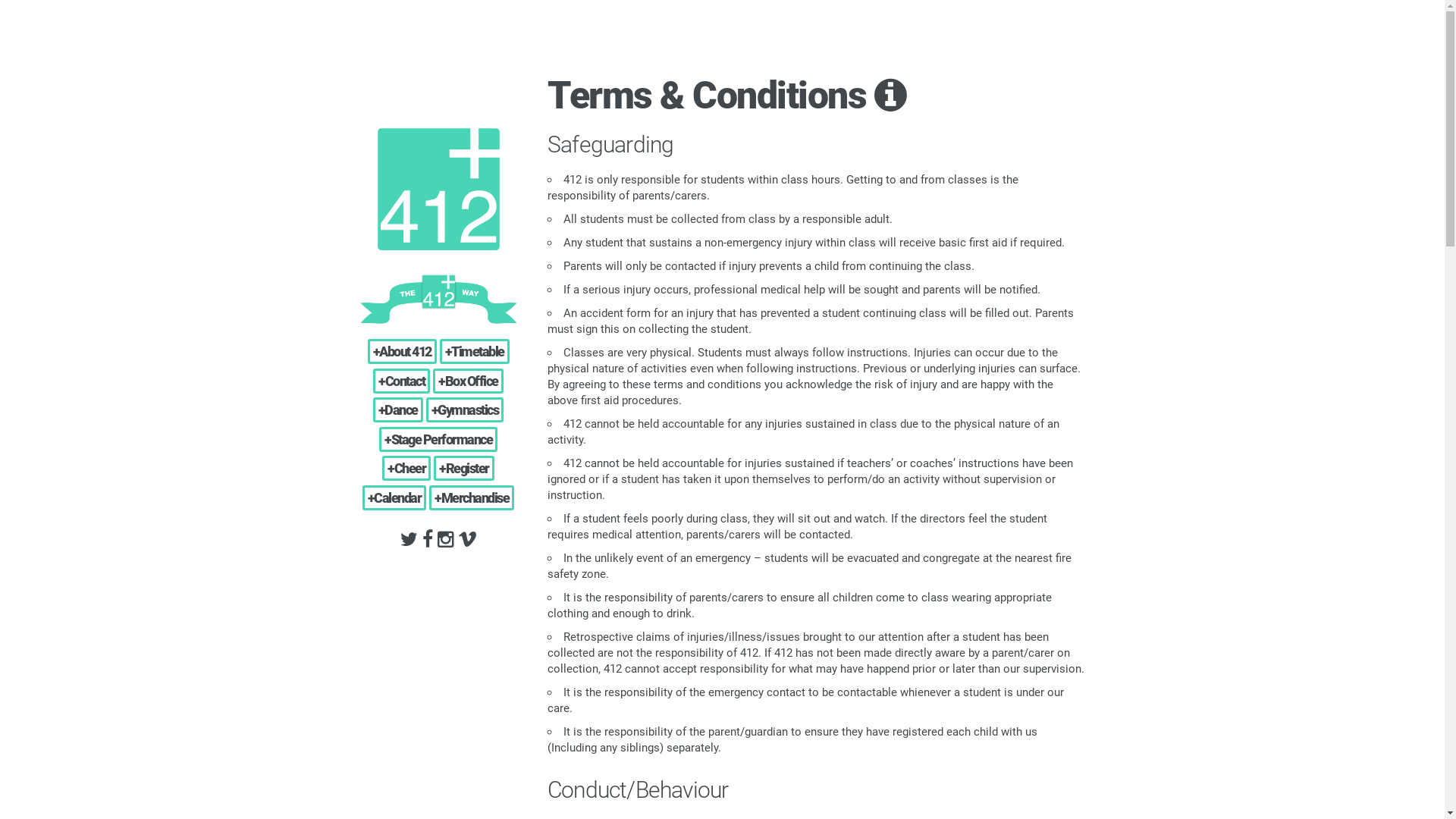 Image resolution: width=1456 pixels, height=819 pixels. Describe the element at coordinates (406, 467) in the screenshot. I see `'+Cheer'` at that location.